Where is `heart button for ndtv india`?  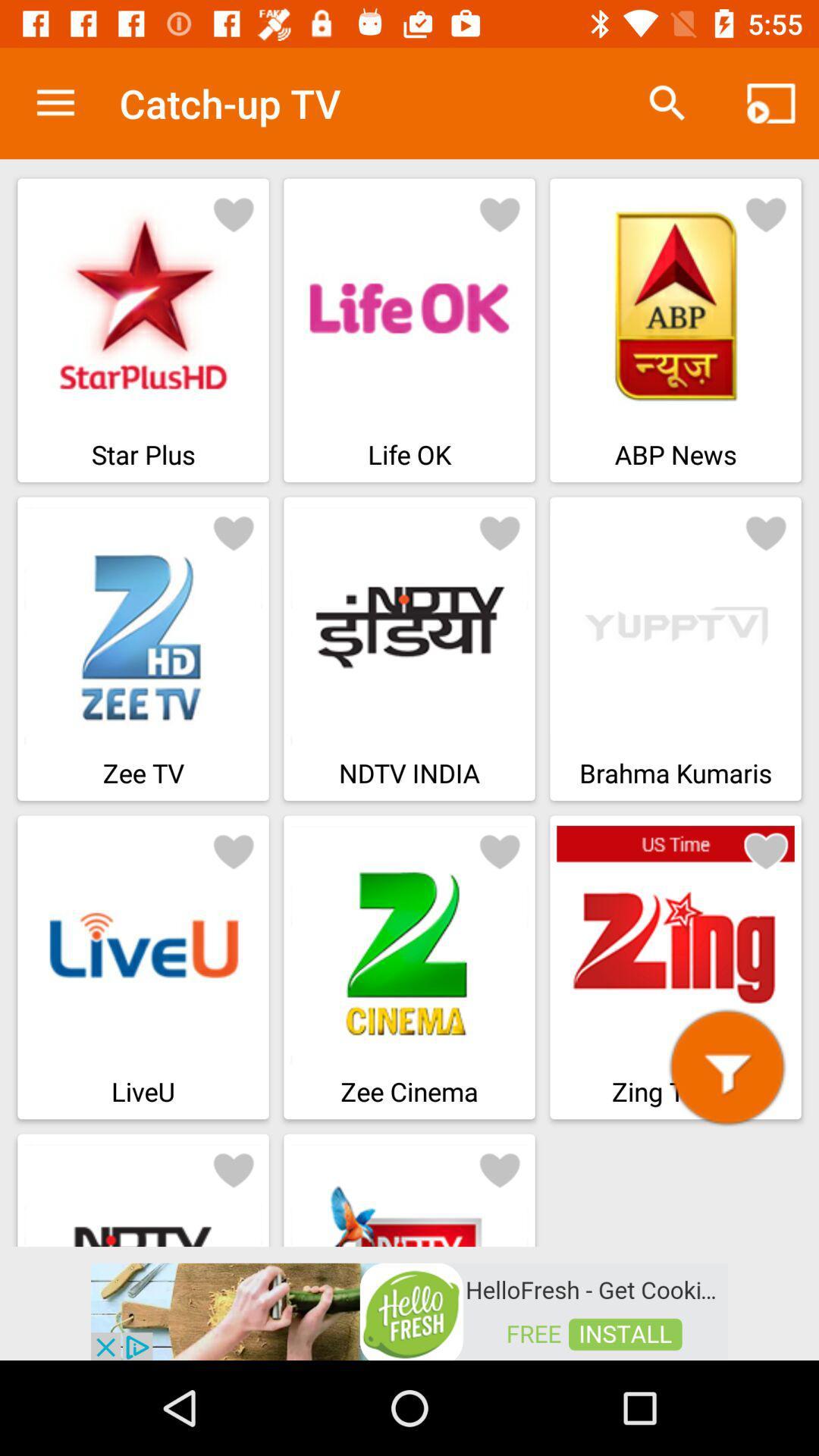 heart button for ndtv india is located at coordinates (500, 532).